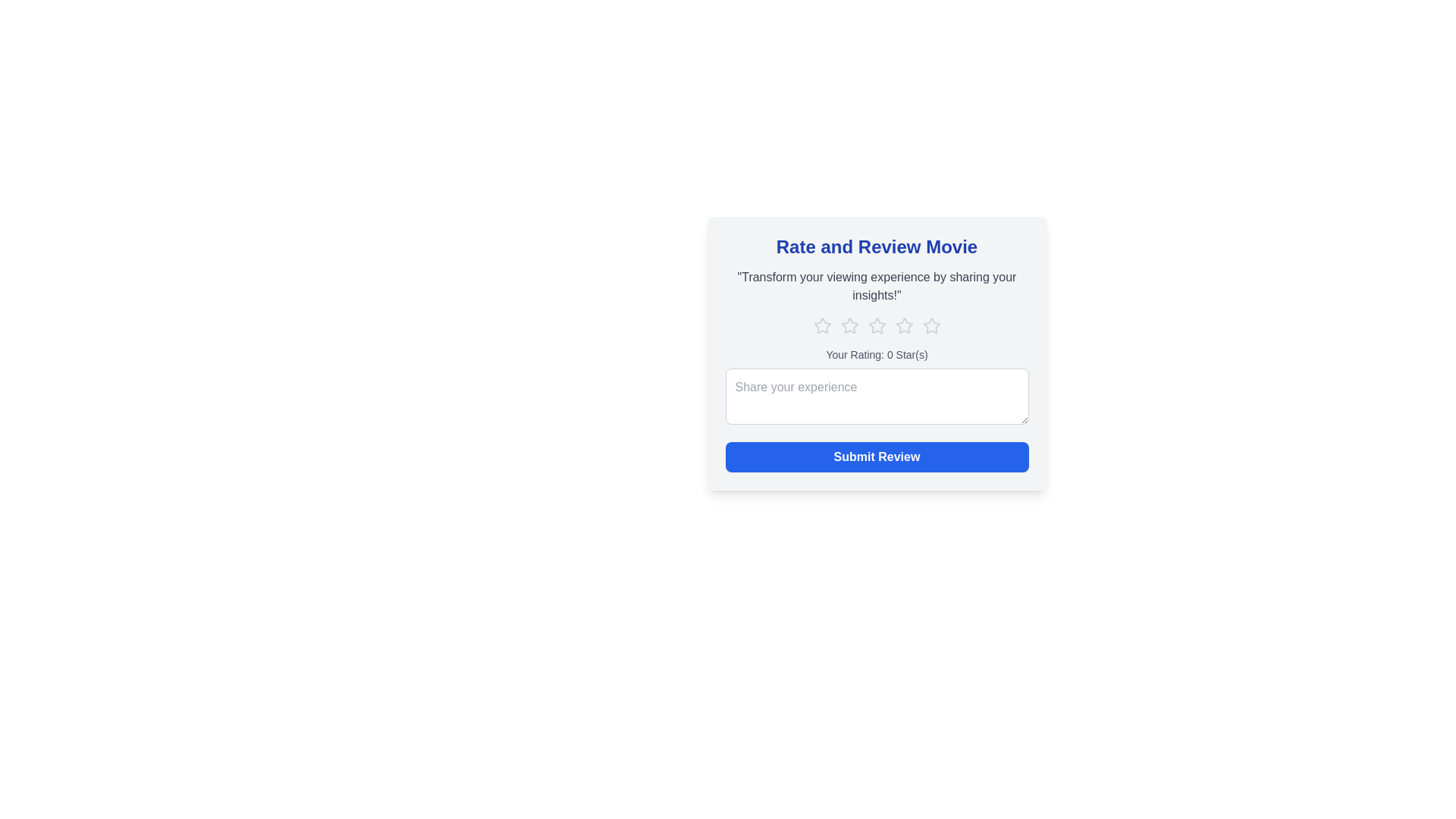 The image size is (1456, 819). I want to click on the star corresponding to 4 to set the movie rating, so click(904, 325).